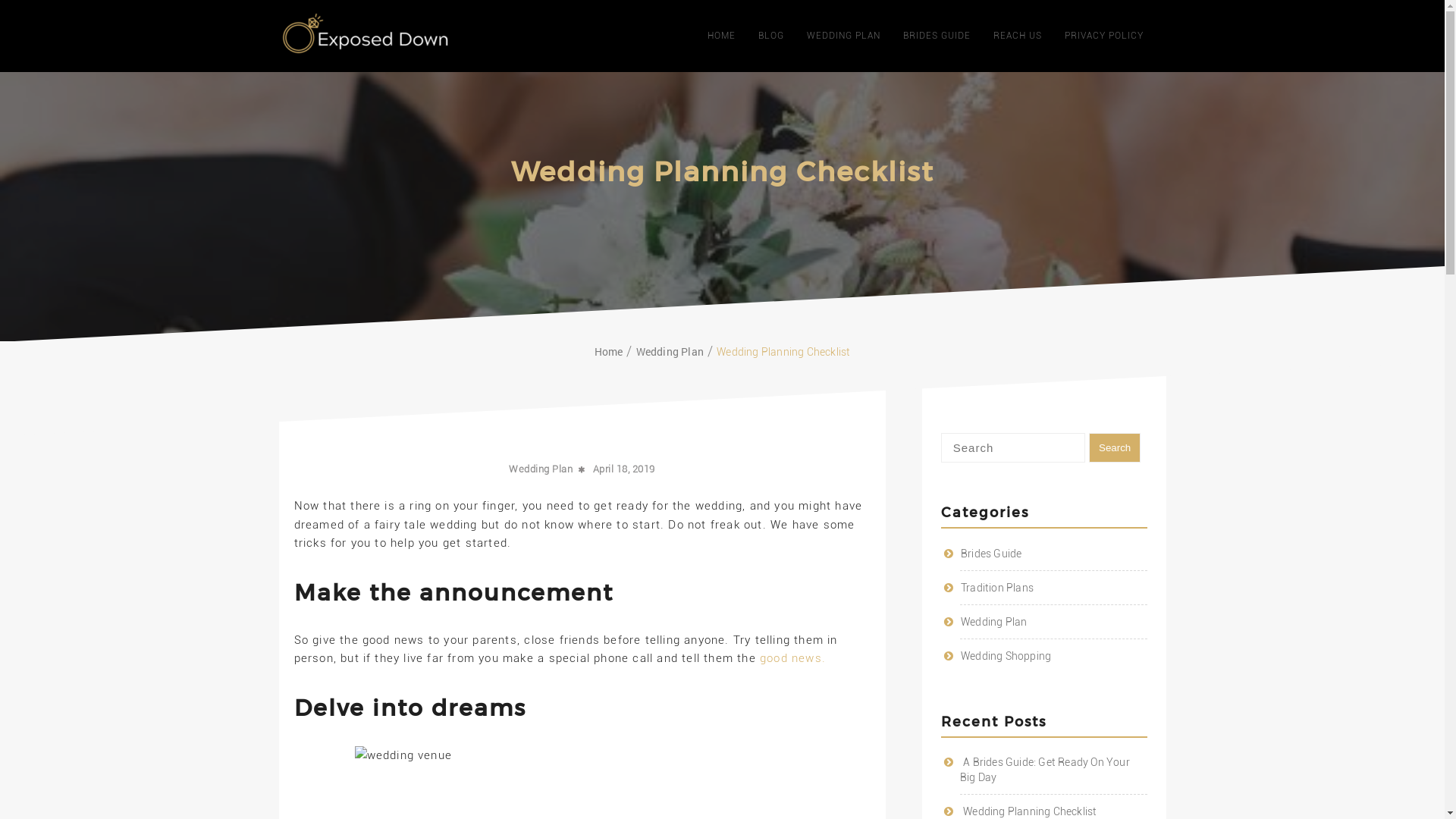 The width and height of the screenshot is (1456, 819). What do you see at coordinates (935, 34) in the screenshot?
I see `'BRIDES GUIDE'` at bounding box center [935, 34].